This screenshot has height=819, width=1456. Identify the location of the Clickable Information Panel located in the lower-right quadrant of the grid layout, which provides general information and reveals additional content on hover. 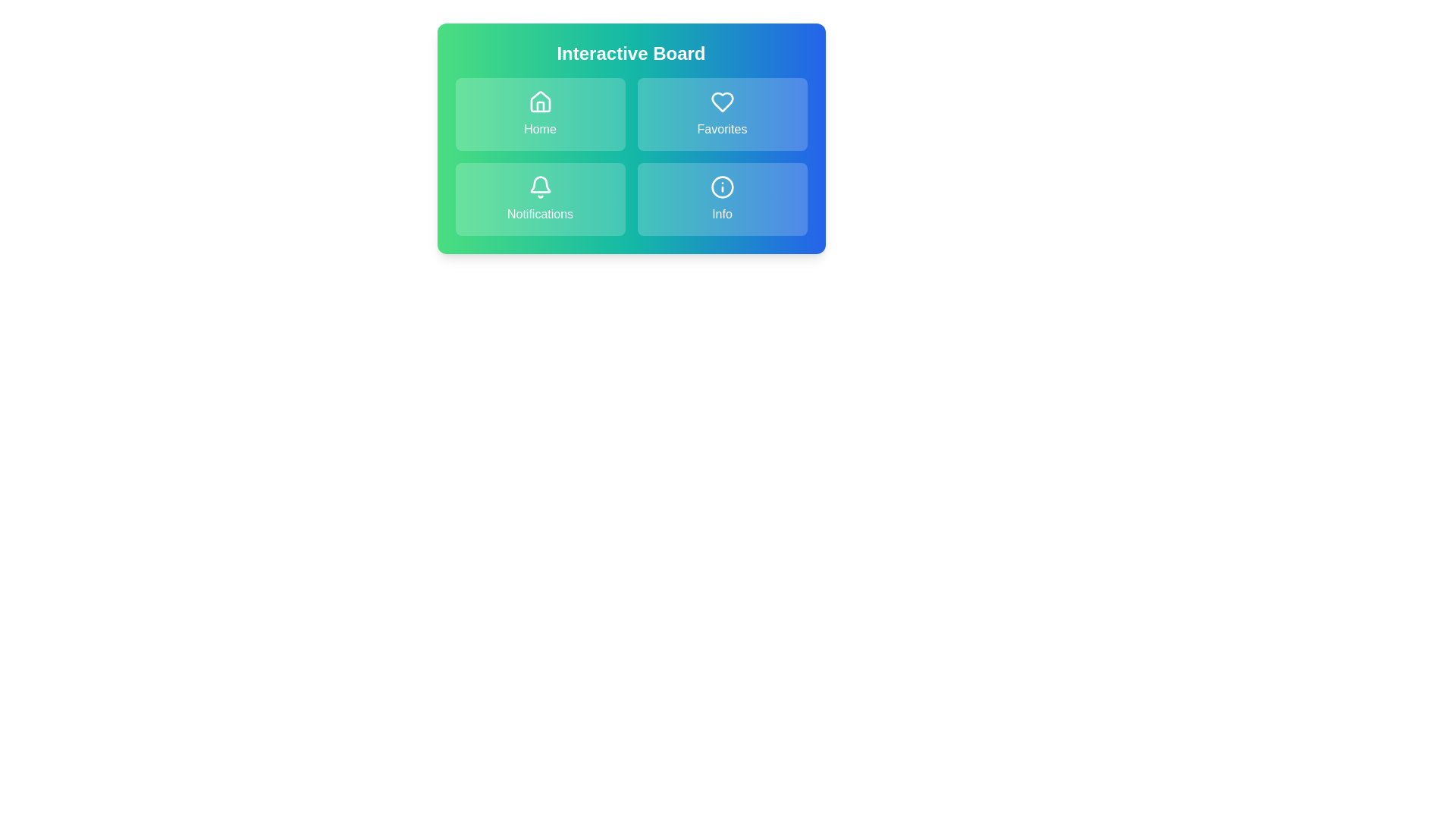
(721, 198).